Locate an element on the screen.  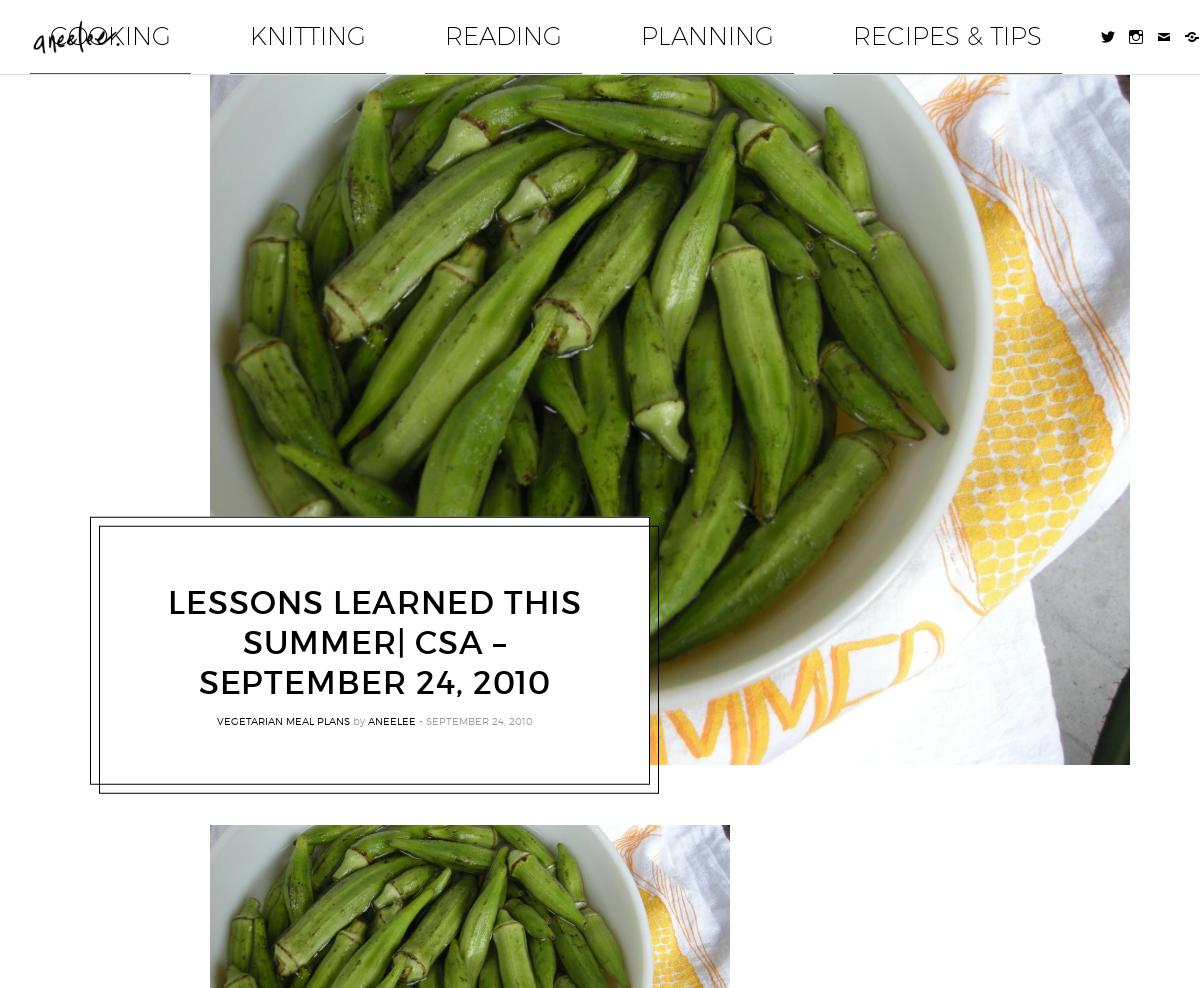
'vegetarian meal plans' is located at coordinates (282, 706).